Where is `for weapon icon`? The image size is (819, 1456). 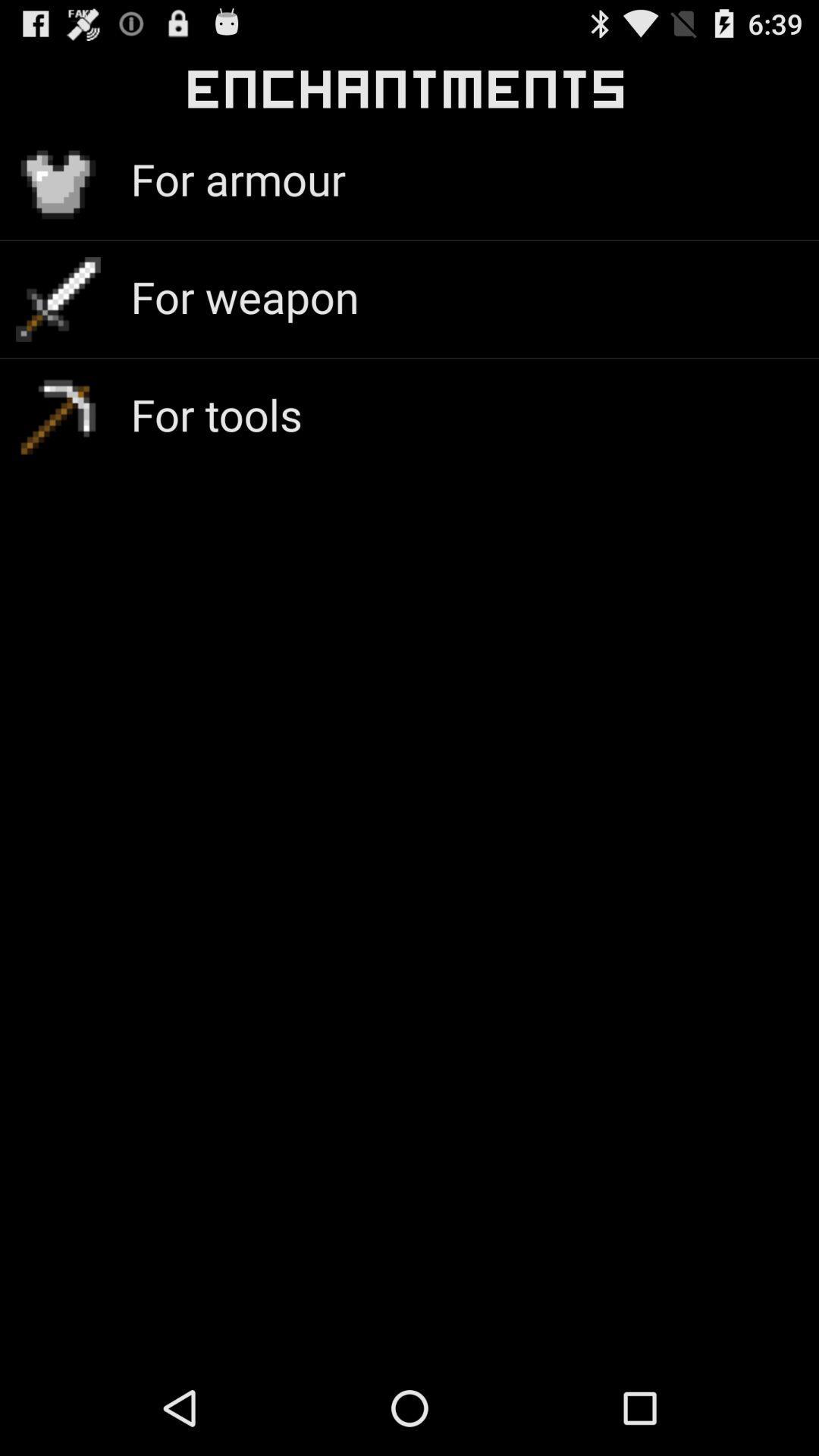
for weapon icon is located at coordinates (243, 297).